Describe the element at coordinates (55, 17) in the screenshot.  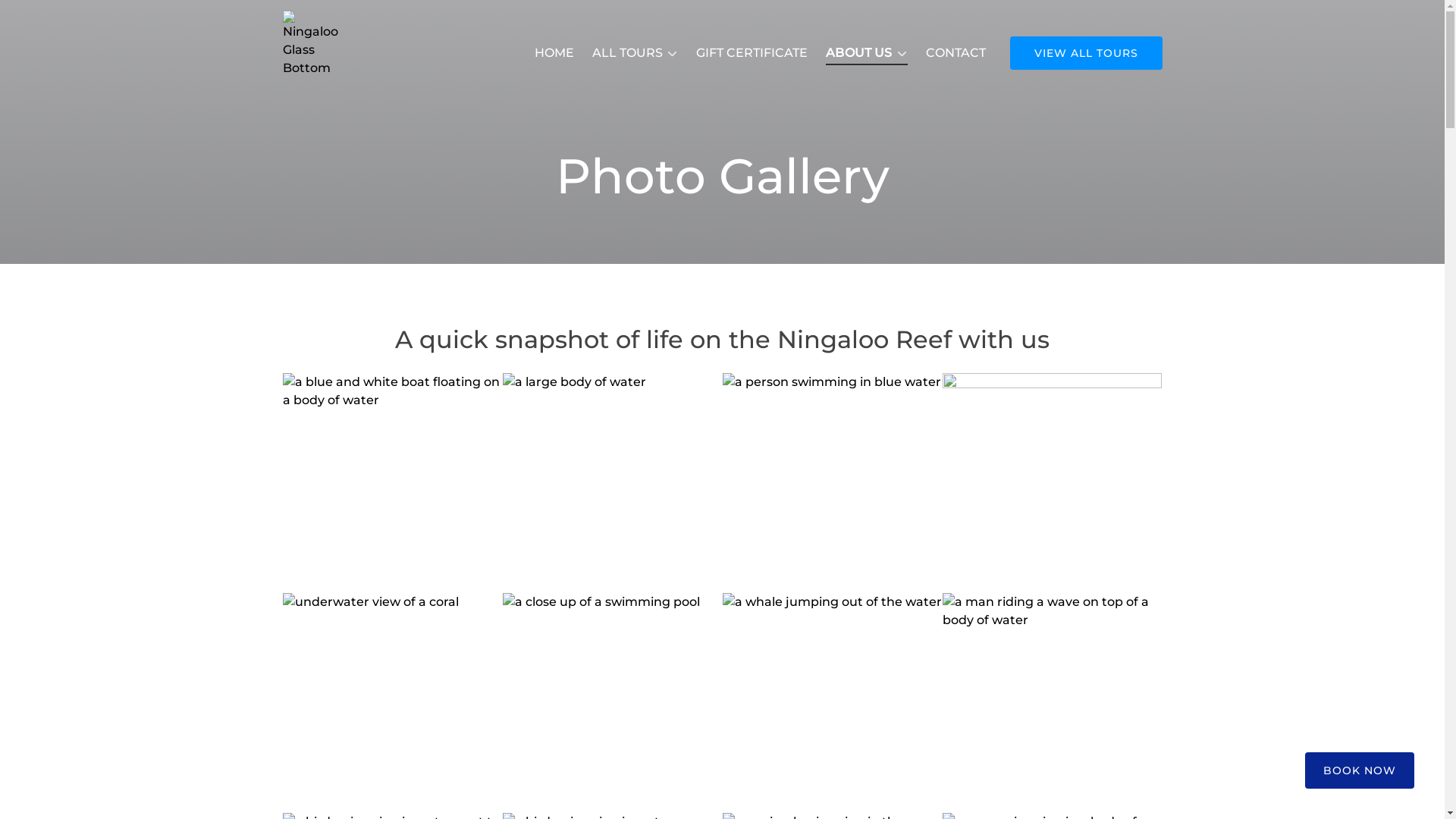
I see `'Skip to content'` at that location.